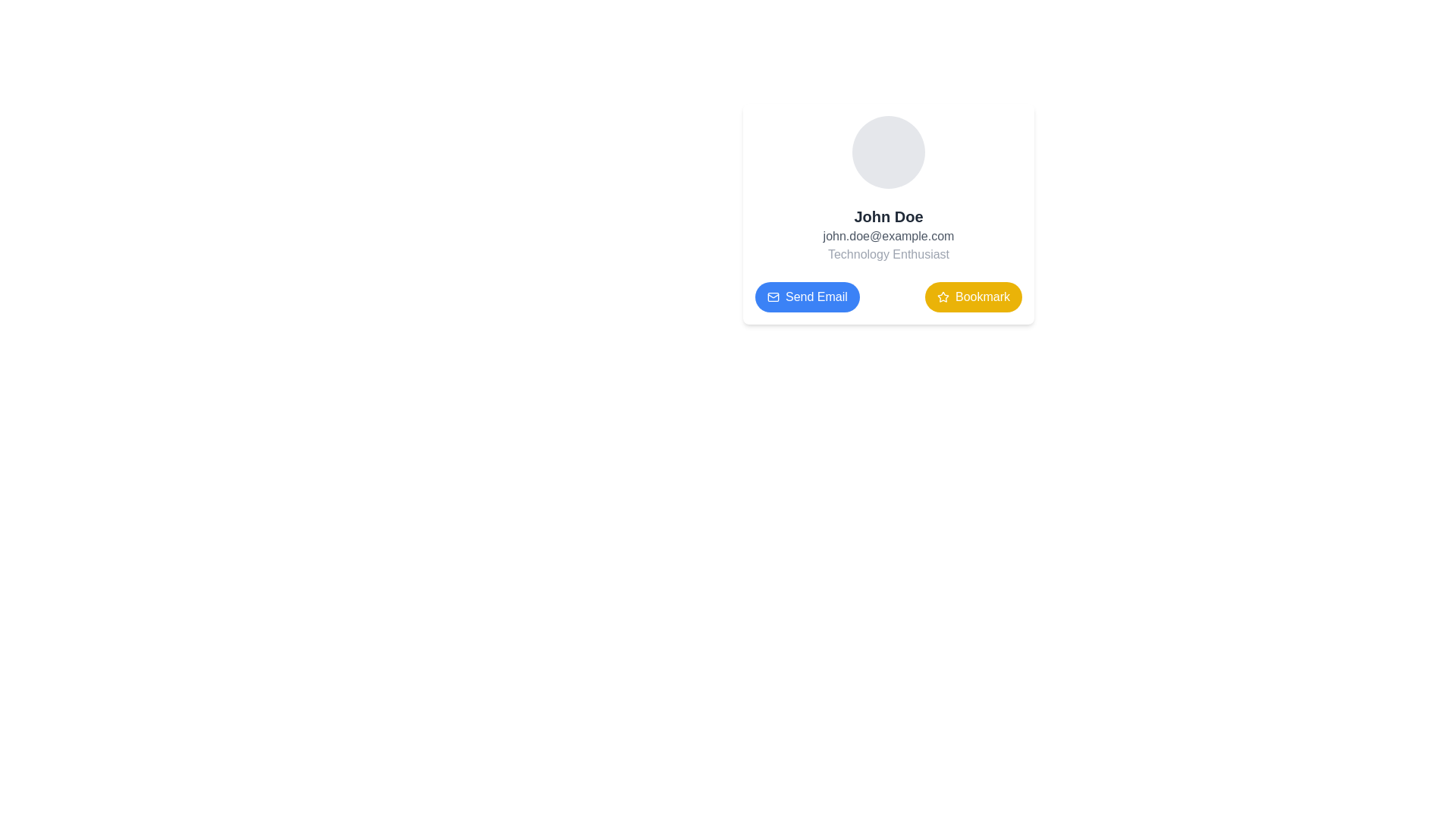 The image size is (1456, 819). What do you see at coordinates (888, 253) in the screenshot?
I see `the static text label indicating the user's profession as 'Technology Enthusiast', positioned below the email address and above the action buttons` at bounding box center [888, 253].